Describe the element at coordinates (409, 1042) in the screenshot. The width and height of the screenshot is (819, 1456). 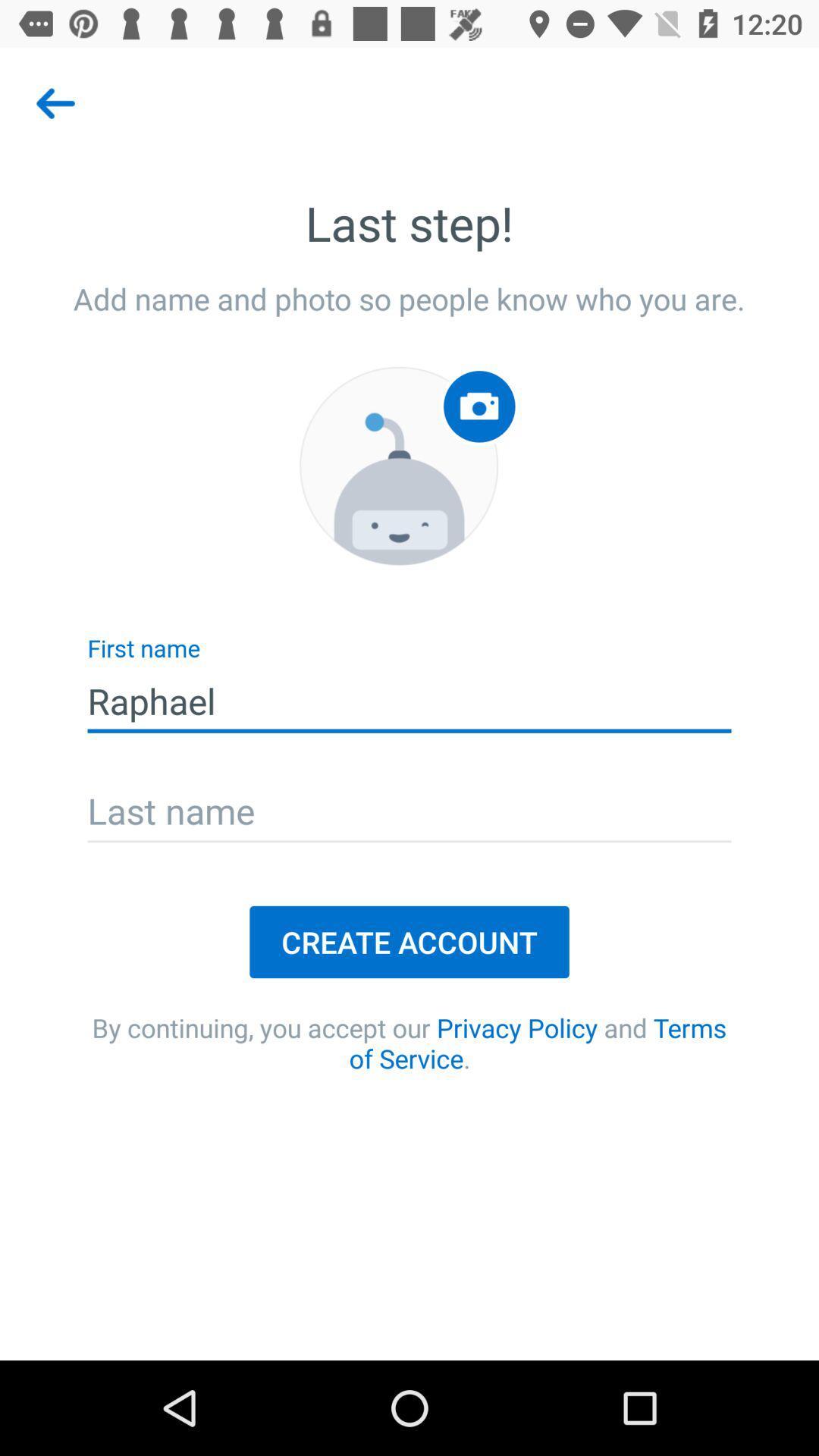
I see `the by continuing you item` at that location.